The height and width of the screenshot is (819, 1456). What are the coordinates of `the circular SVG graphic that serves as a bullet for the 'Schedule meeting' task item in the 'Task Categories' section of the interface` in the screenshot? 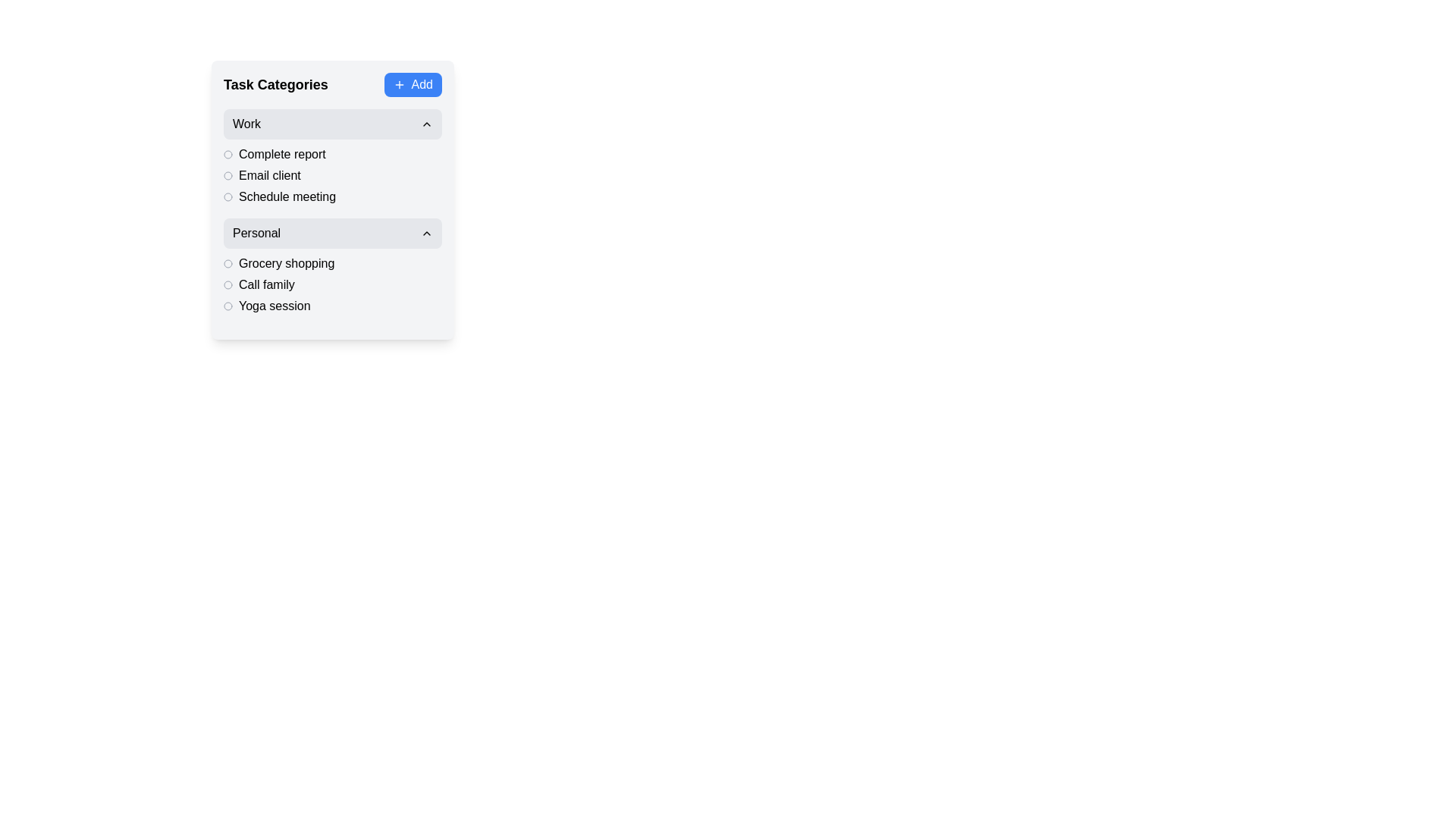 It's located at (227, 196).